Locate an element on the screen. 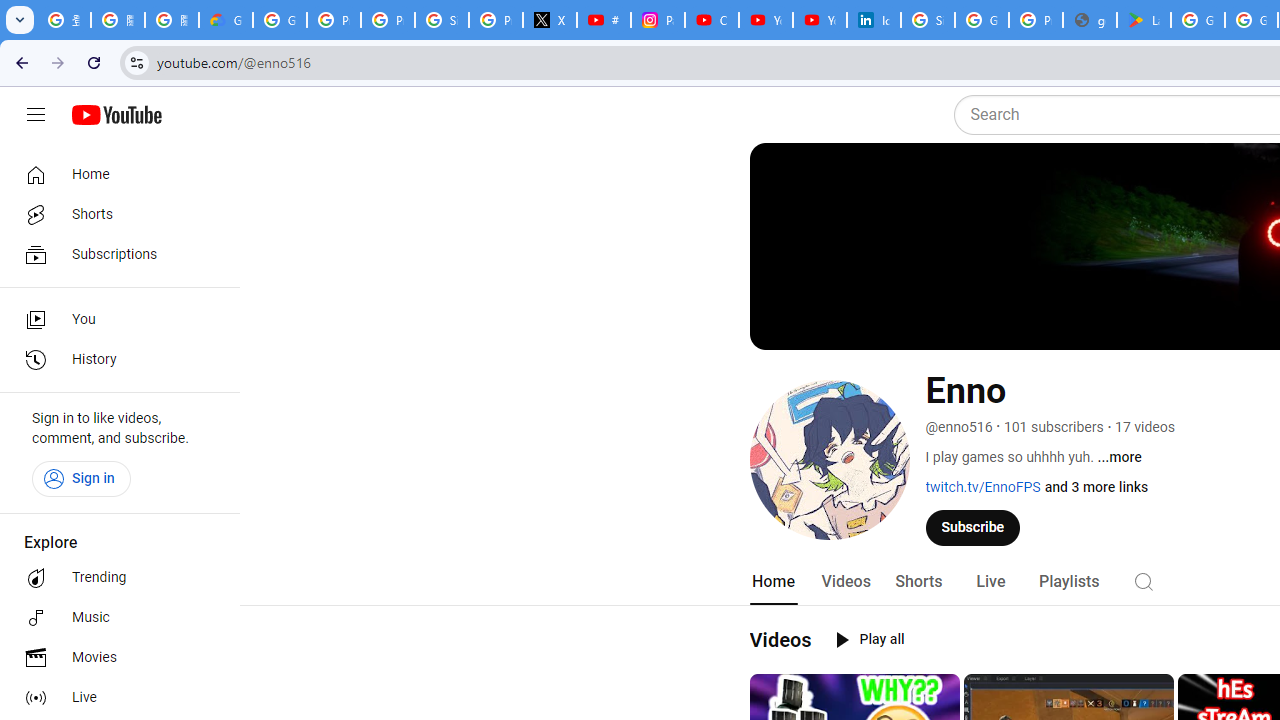 The width and height of the screenshot is (1280, 720). 'google_privacy_policy_en.pdf' is located at coordinates (1088, 20).